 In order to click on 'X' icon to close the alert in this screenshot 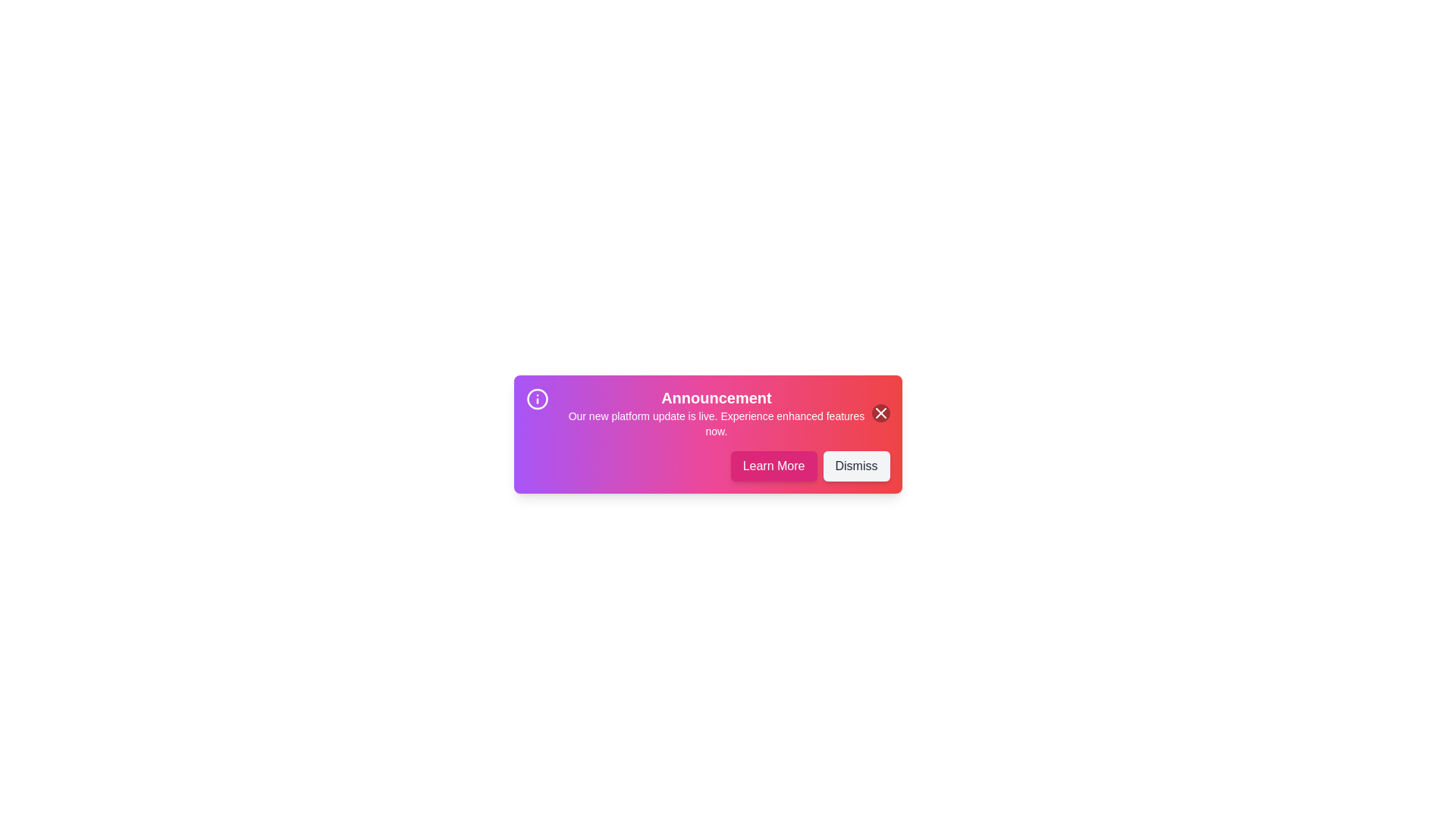, I will do `click(880, 413)`.